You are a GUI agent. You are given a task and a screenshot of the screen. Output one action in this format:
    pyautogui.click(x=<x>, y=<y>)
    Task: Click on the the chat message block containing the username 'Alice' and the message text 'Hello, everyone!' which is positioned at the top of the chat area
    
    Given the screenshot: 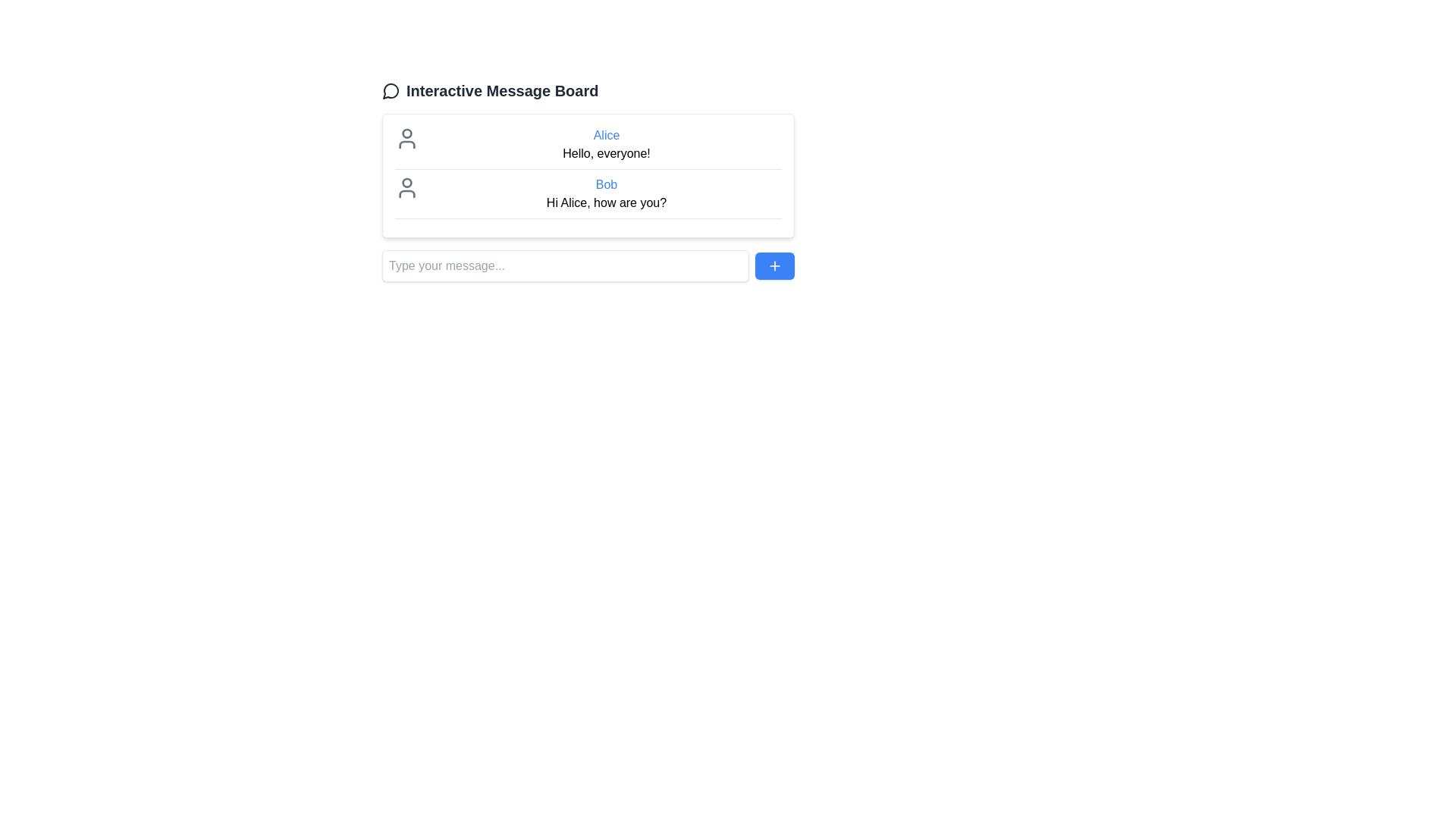 What is the action you would take?
    pyautogui.click(x=588, y=148)
    